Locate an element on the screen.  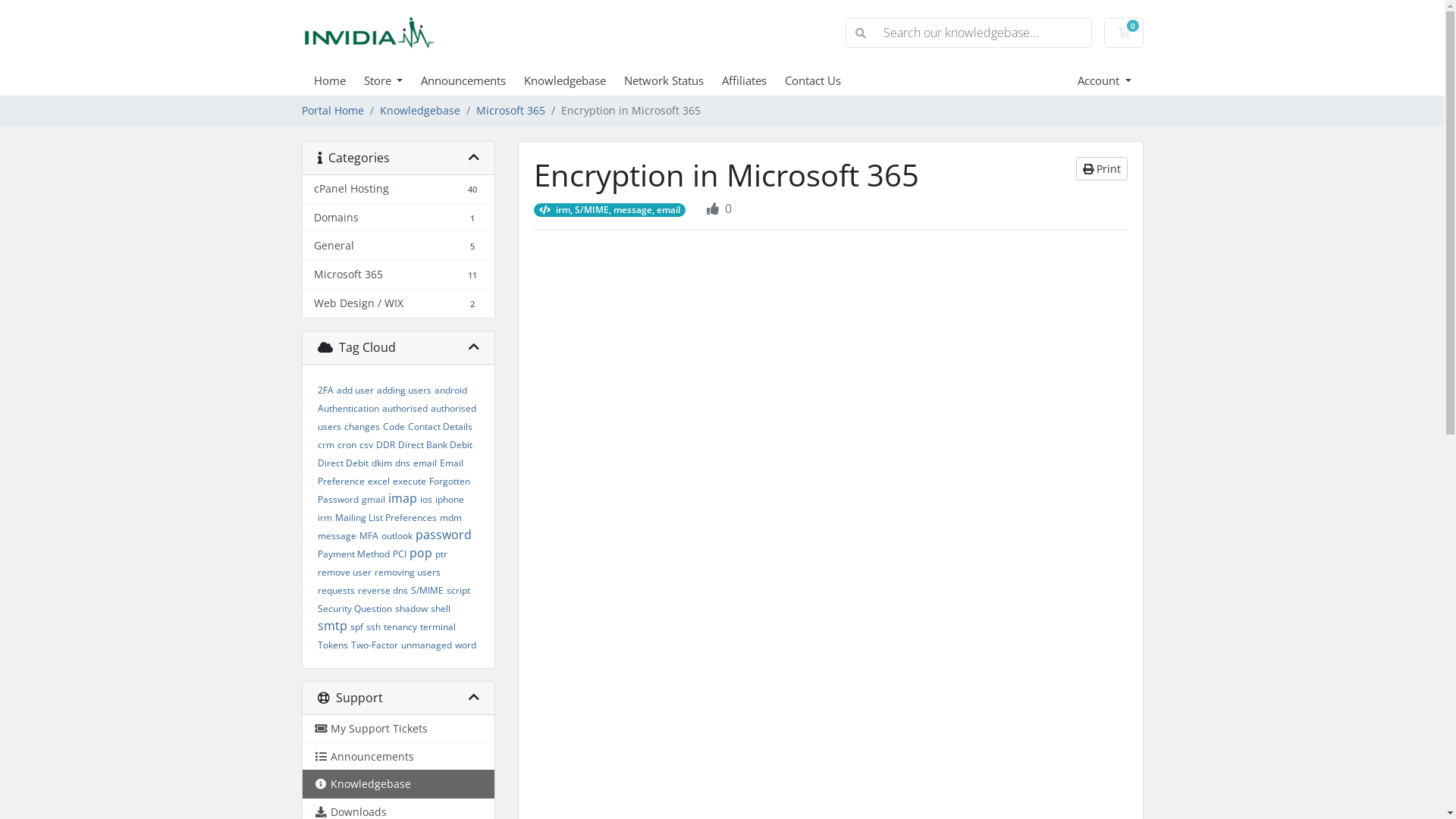
'reverse dns' is located at coordinates (382, 589).